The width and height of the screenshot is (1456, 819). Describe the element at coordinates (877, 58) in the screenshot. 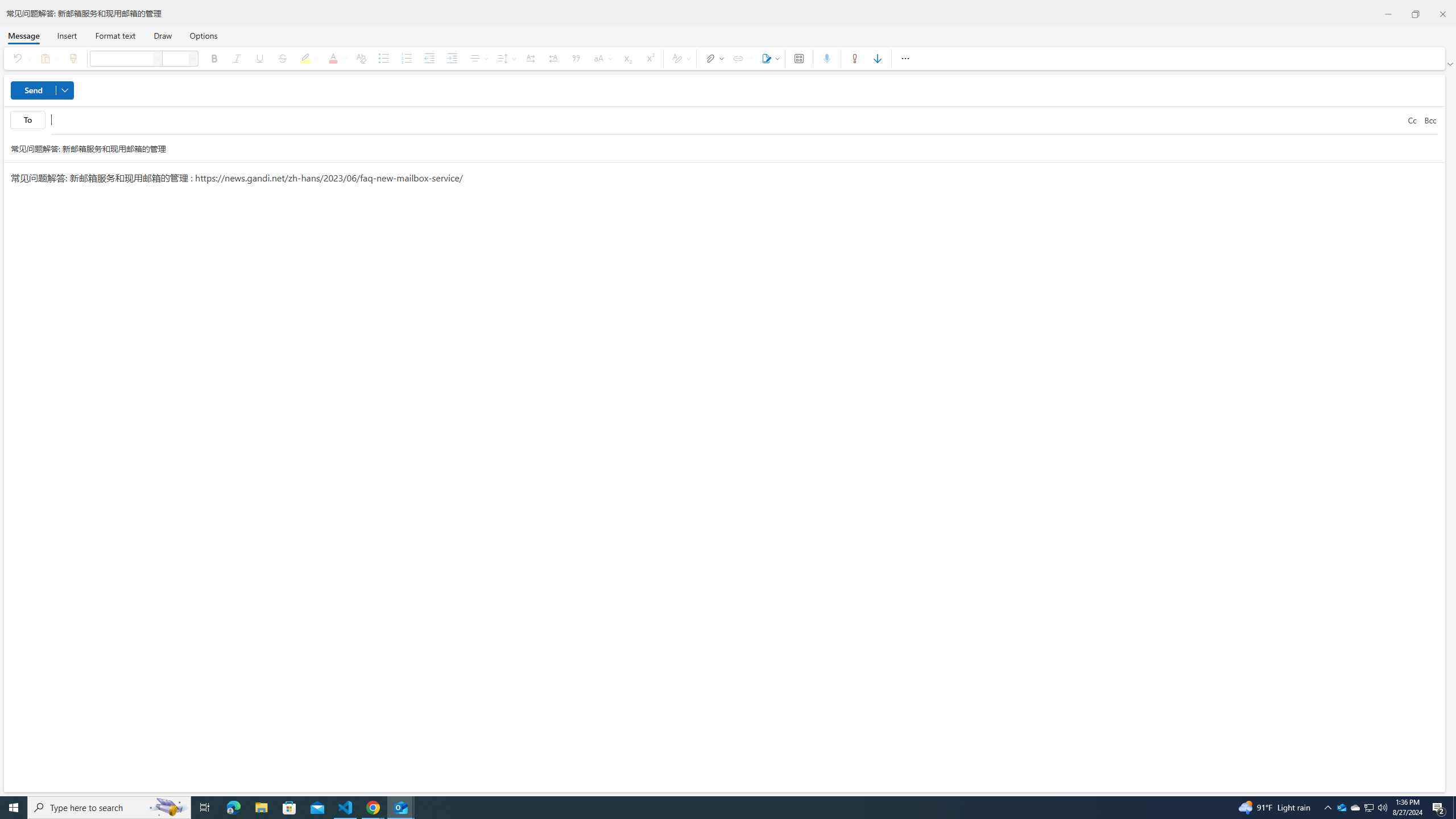

I see `'Low importance'` at that location.